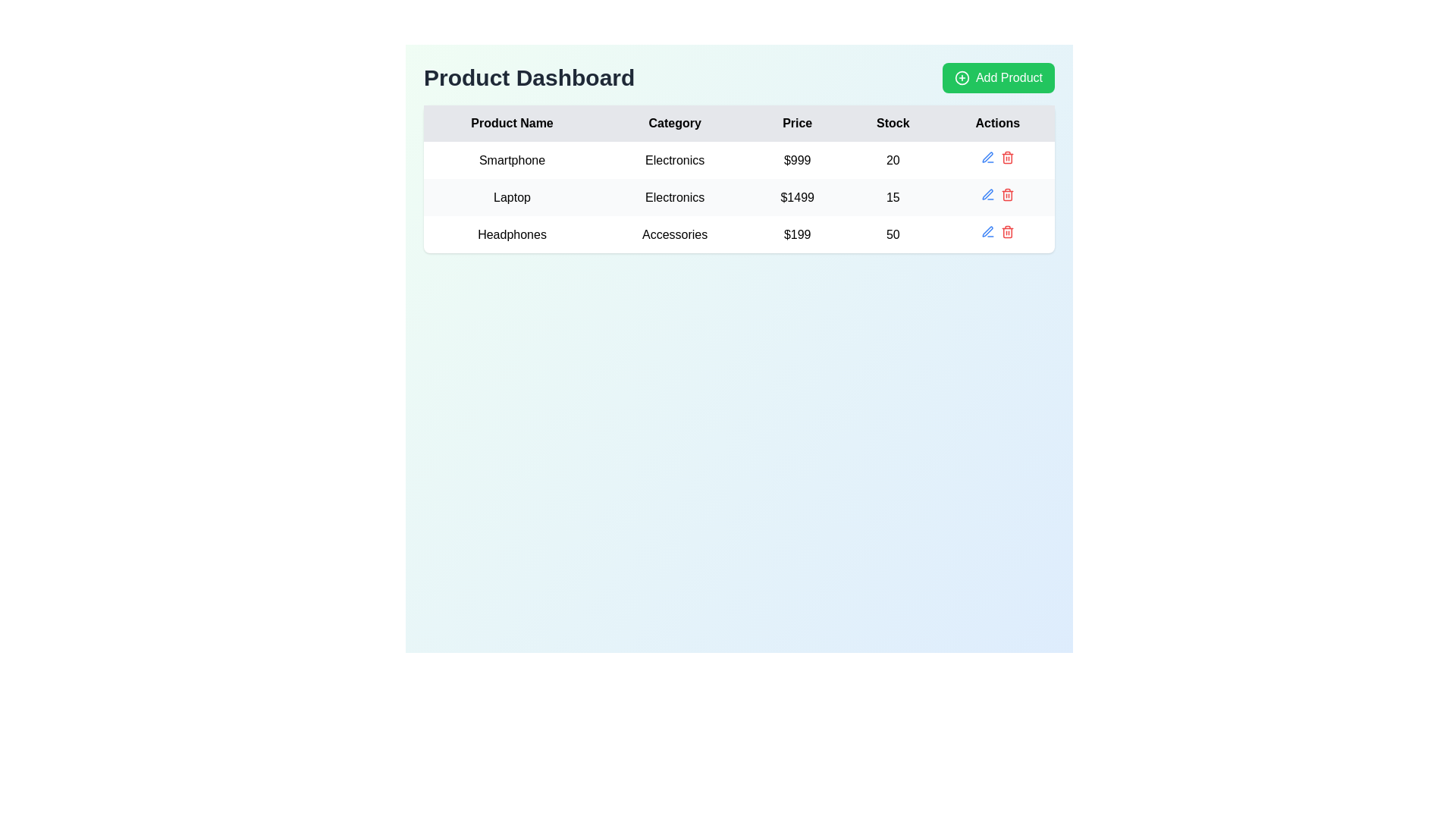 This screenshot has height=819, width=1456. Describe the element at coordinates (893, 196) in the screenshot. I see `the static text displaying '15' in the 'Stock' column of the second row for the 'Laptop' product` at that location.